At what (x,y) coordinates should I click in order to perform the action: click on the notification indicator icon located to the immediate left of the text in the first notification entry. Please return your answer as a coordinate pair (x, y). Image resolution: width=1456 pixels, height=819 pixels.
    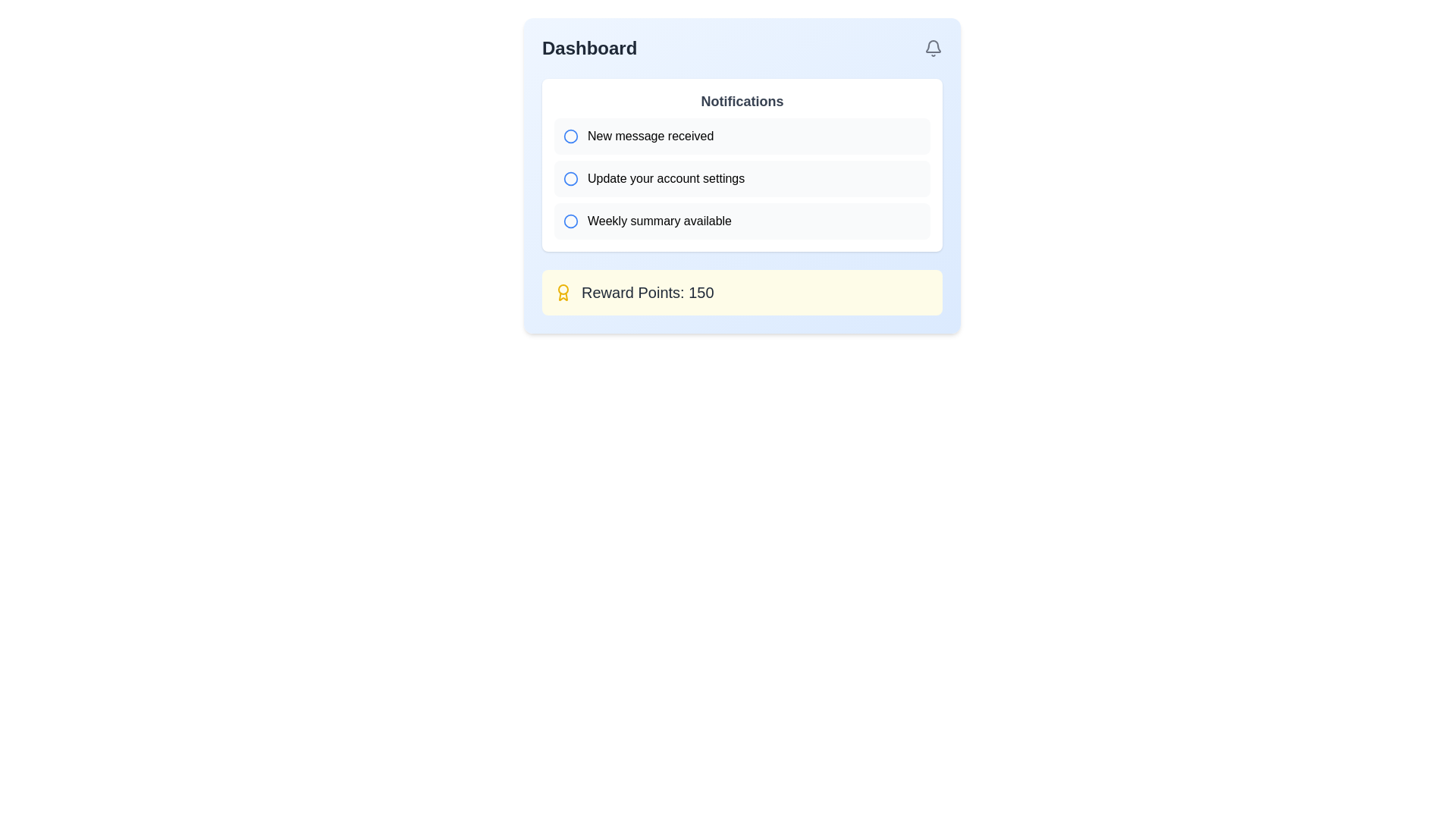
    Looking at the image, I should click on (570, 136).